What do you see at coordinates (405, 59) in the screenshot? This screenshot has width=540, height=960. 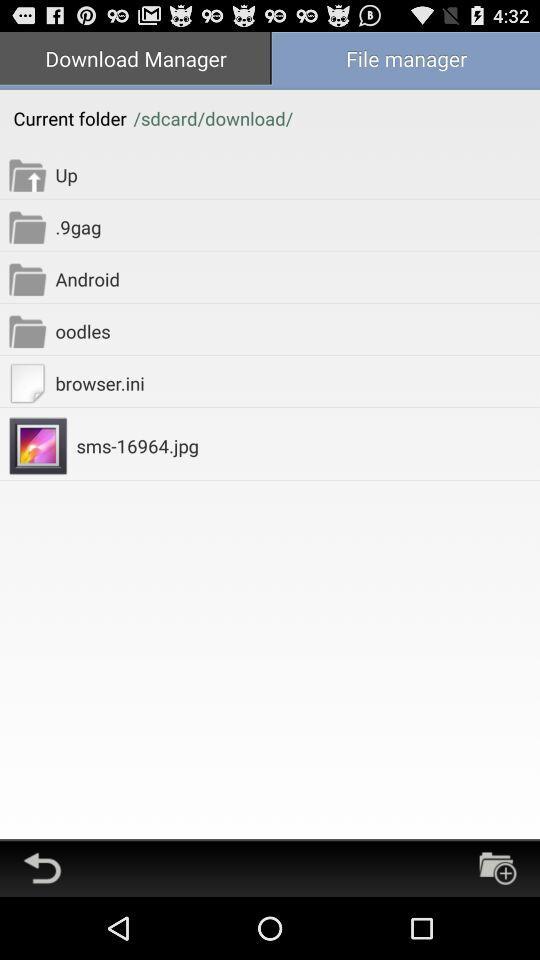 I see `the app next to download manager` at bounding box center [405, 59].